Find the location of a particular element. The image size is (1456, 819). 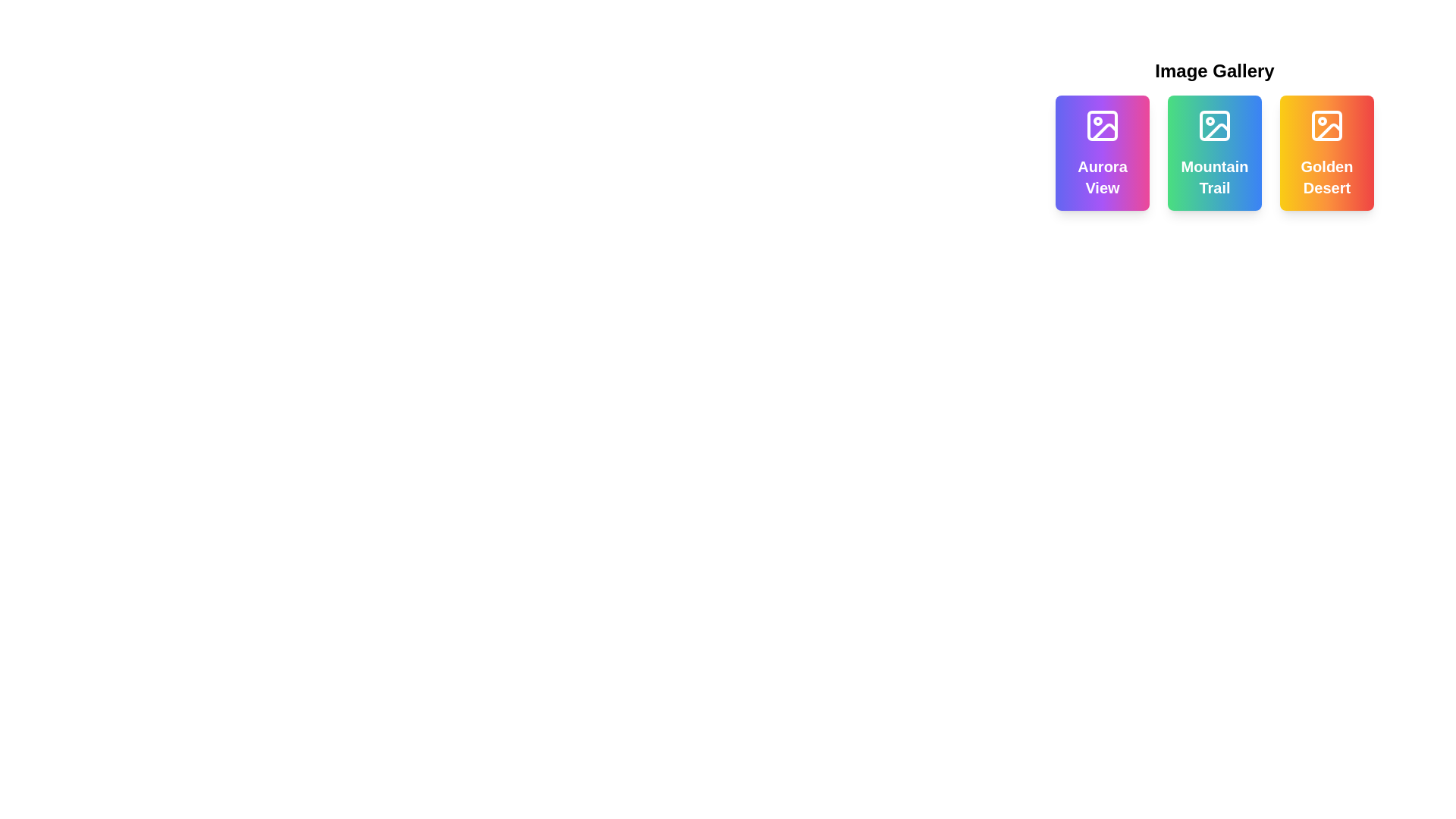

the 'Mountain Trail' clickable card is located at coordinates (1215, 152).